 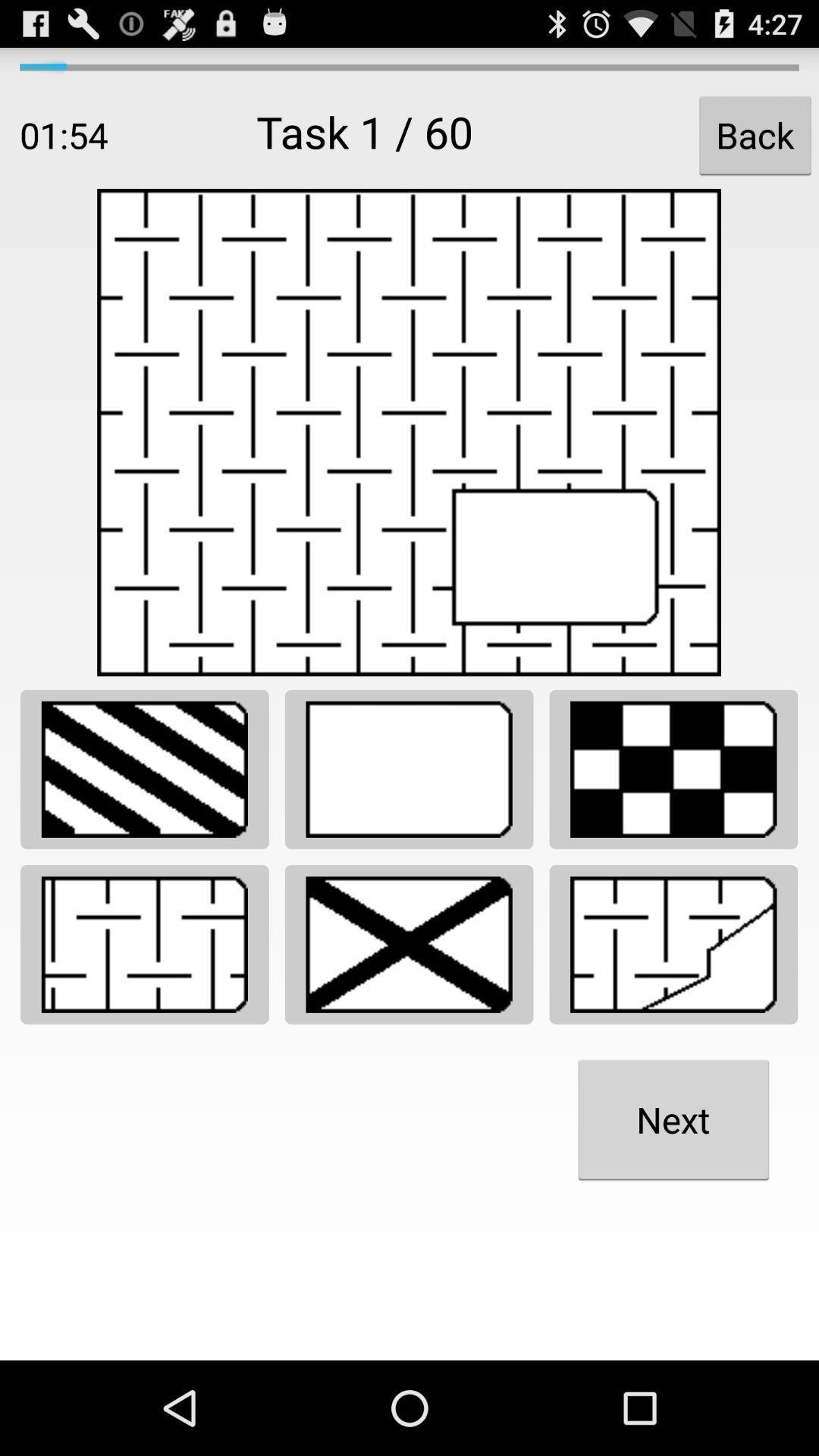 What do you see at coordinates (673, 943) in the screenshot?
I see `home back` at bounding box center [673, 943].